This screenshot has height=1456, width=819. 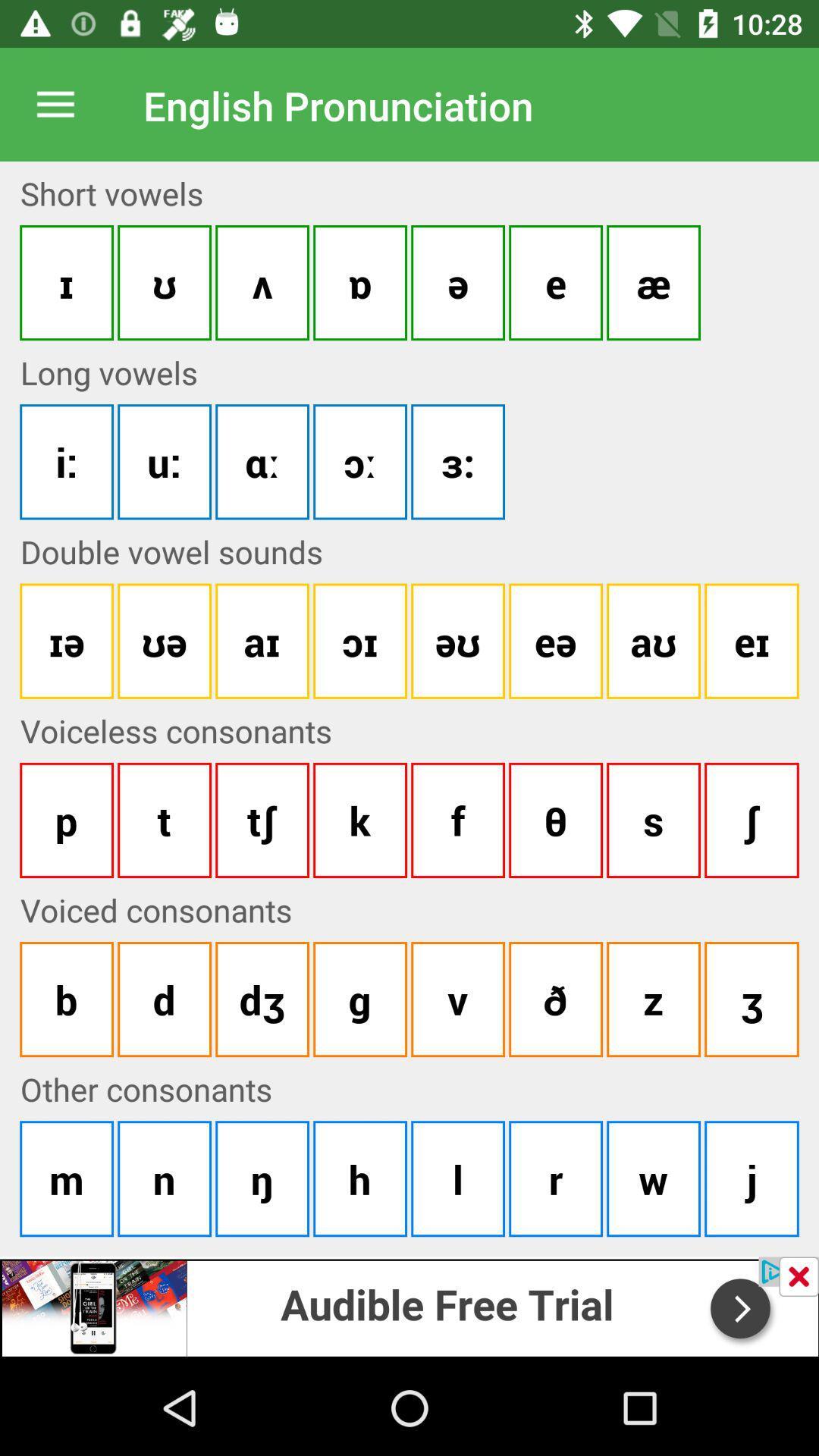 What do you see at coordinates (798, 1276) in the screenshot?
I see `the close icon` at bounding box center [798, 1276].